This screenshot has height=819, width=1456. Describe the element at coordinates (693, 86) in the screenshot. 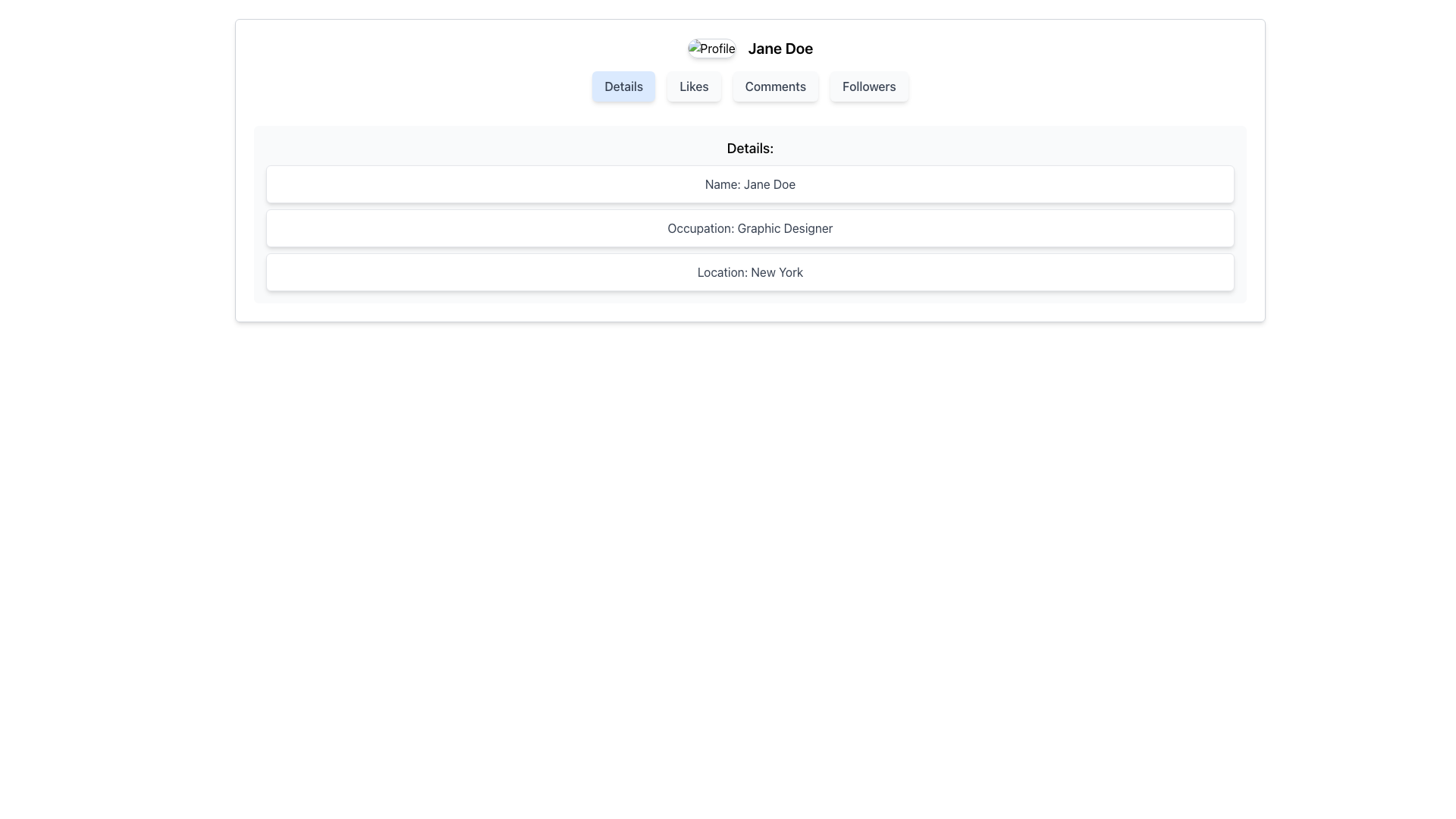

I see `the 'Likes' button located as the second button from the left in a horizontal series of four buttons` at that location.